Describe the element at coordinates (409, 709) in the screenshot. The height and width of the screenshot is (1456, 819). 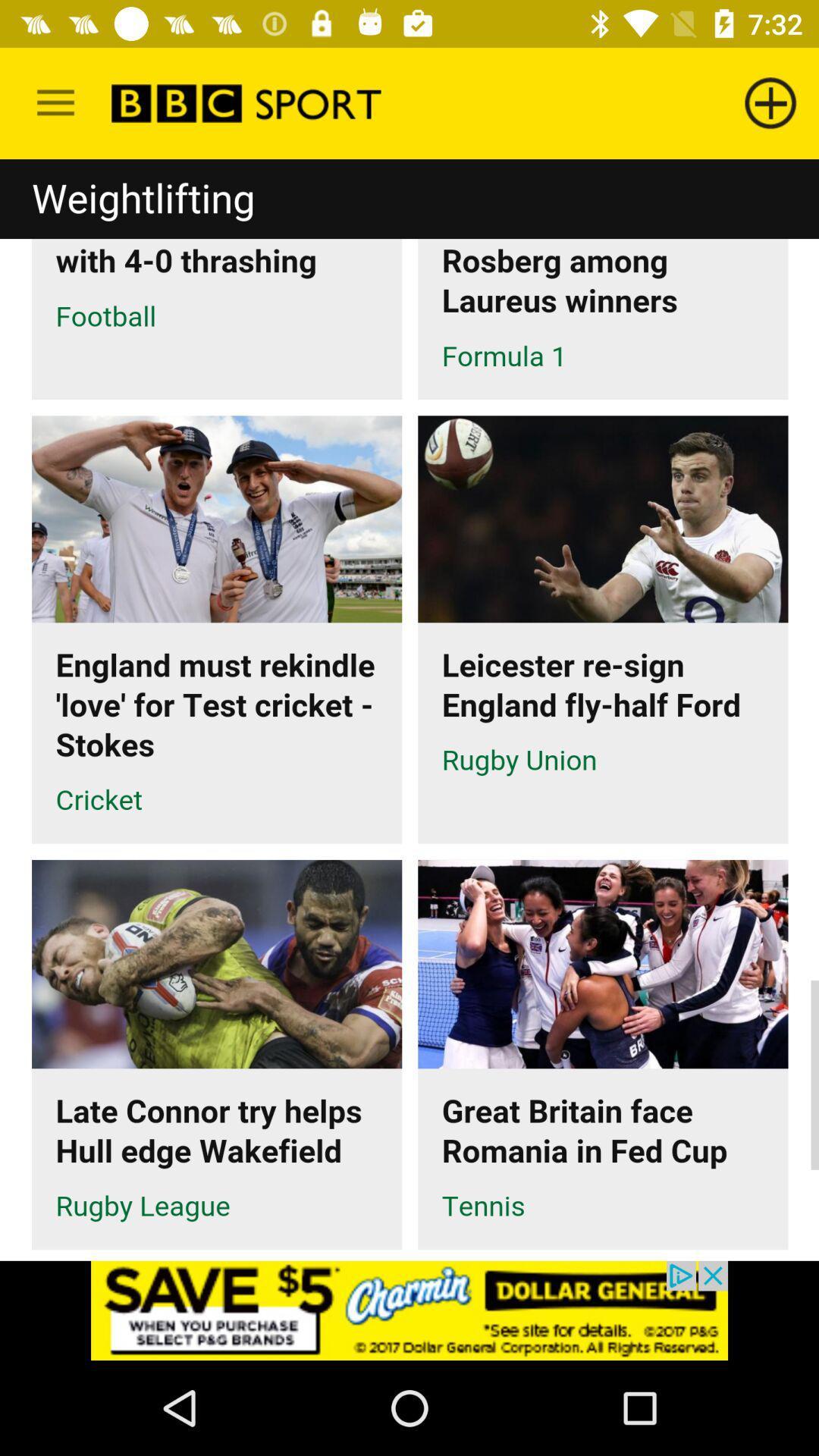
I see `article` at that location.